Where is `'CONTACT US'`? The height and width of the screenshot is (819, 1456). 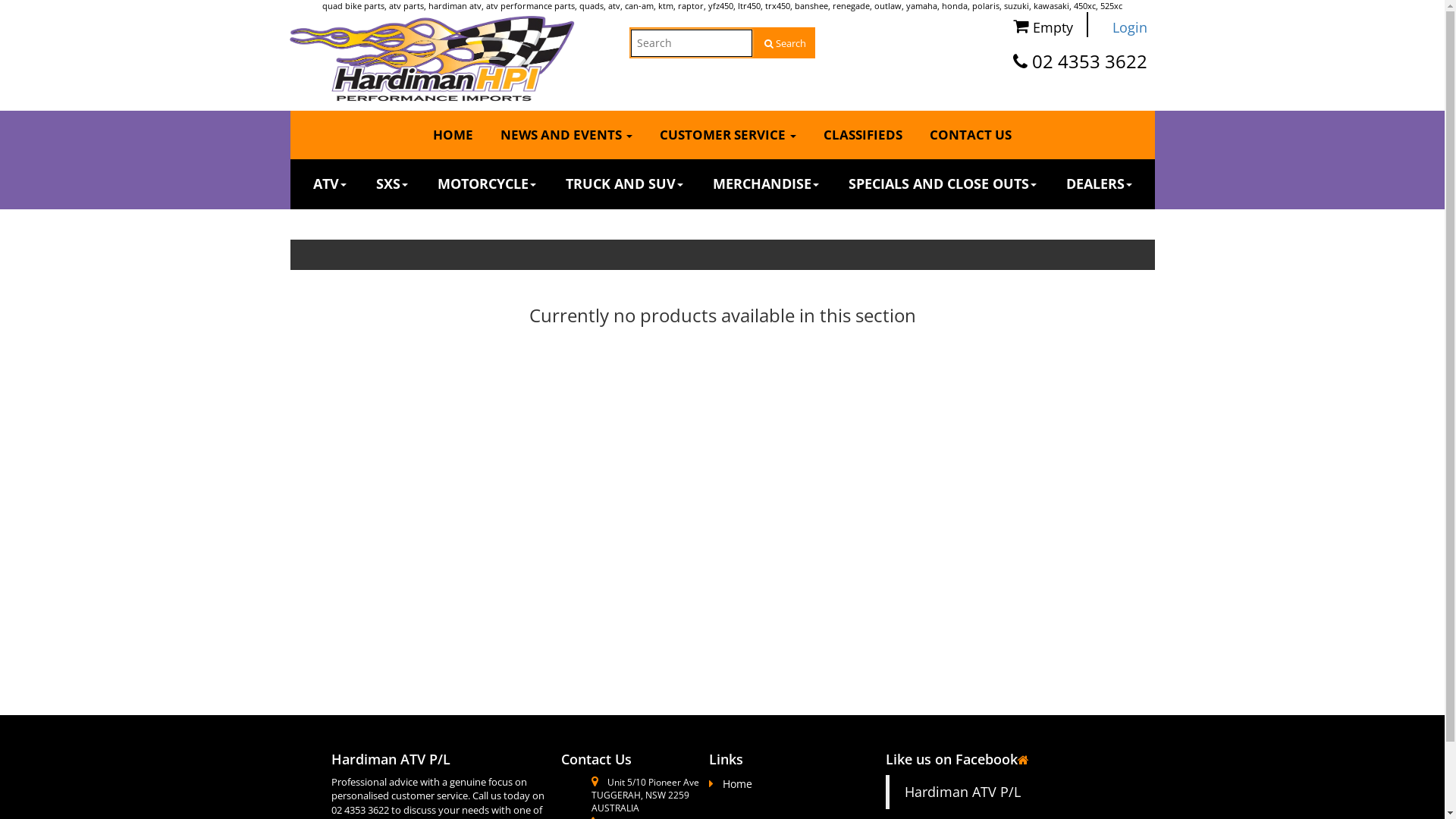 'CONTACT US' is located at coordinates (971, 133).